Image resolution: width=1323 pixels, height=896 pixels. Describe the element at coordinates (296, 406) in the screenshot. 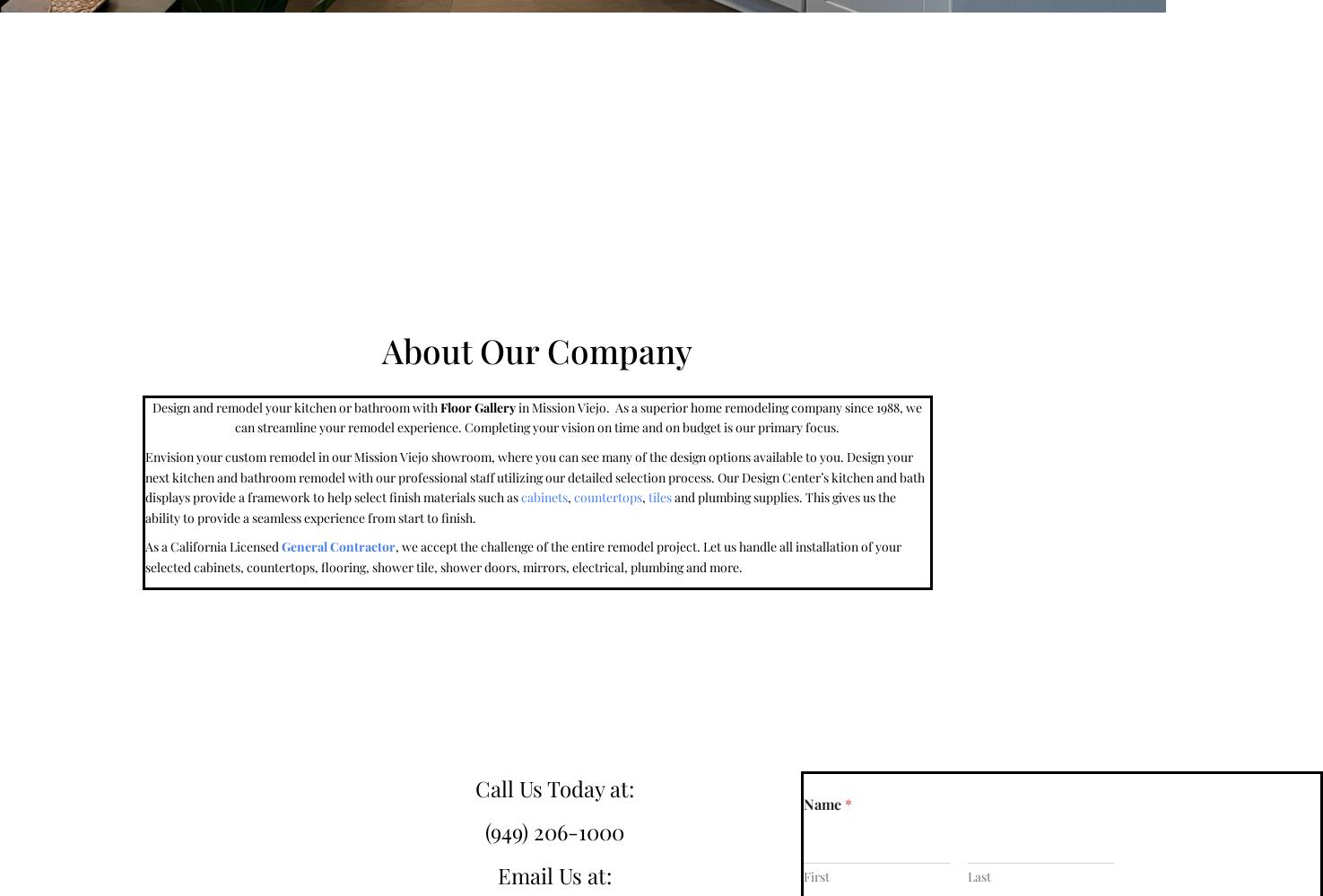

I see `'Design and remodel your kitchen or bathroom with'` at that location.